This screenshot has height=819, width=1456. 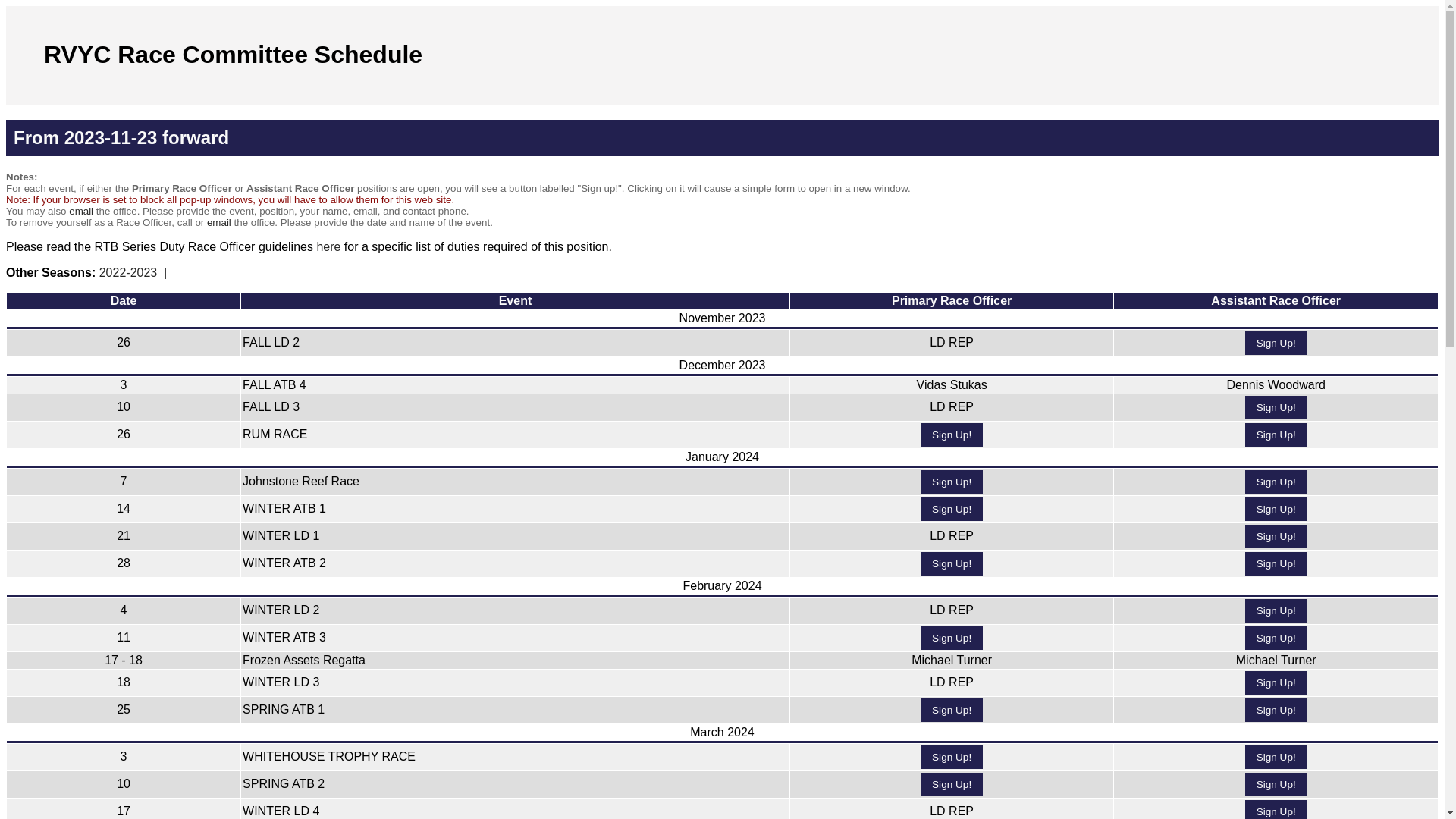 What do you see at coordinates (1276, 509) in the screenshot?
I see `'Sign Up!'` at bounding box center [1276, 509].